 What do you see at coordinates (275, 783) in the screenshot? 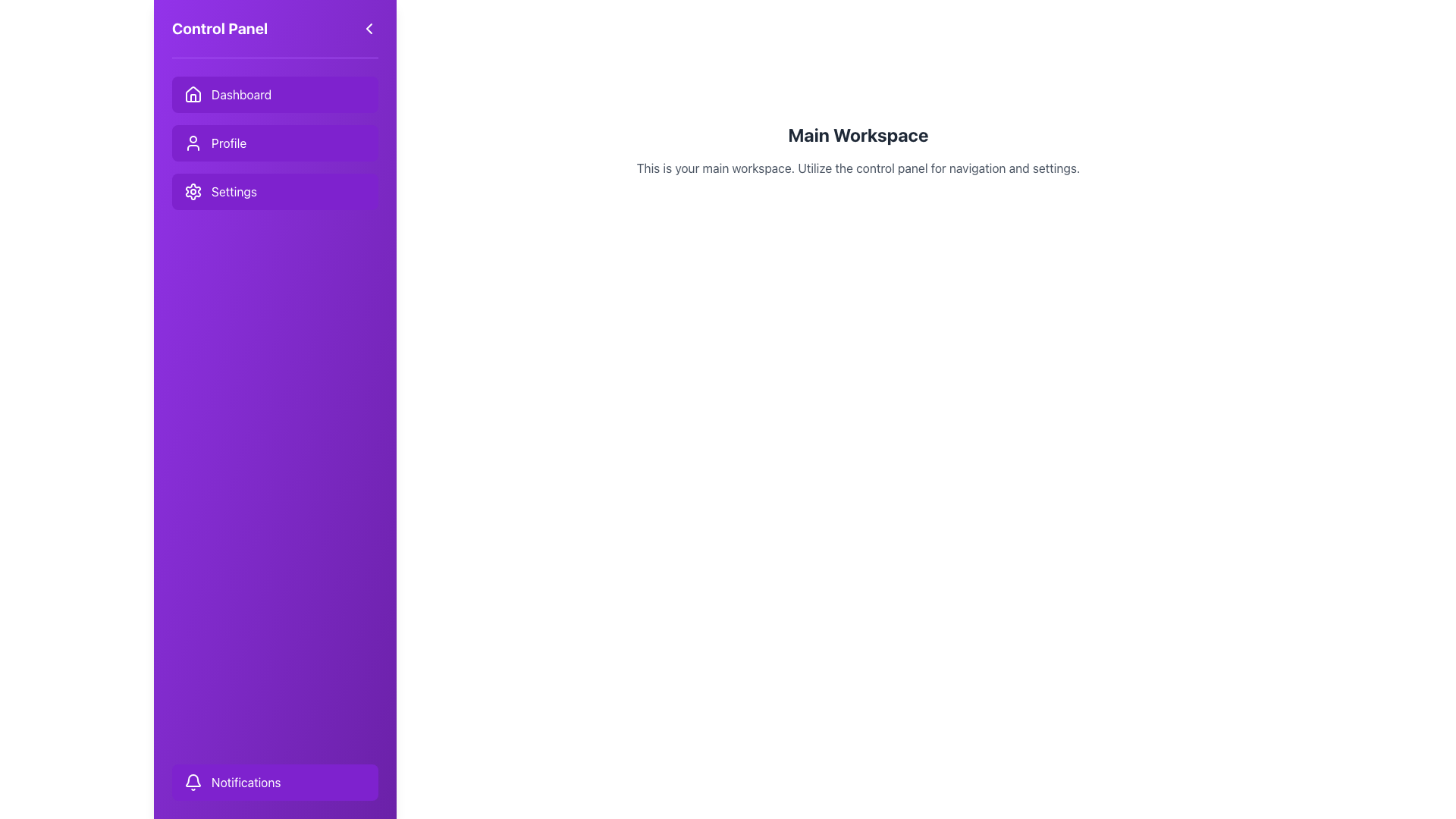
I see `the Notifications button with a purple background and bell icon` at bounding box center [275, 783].